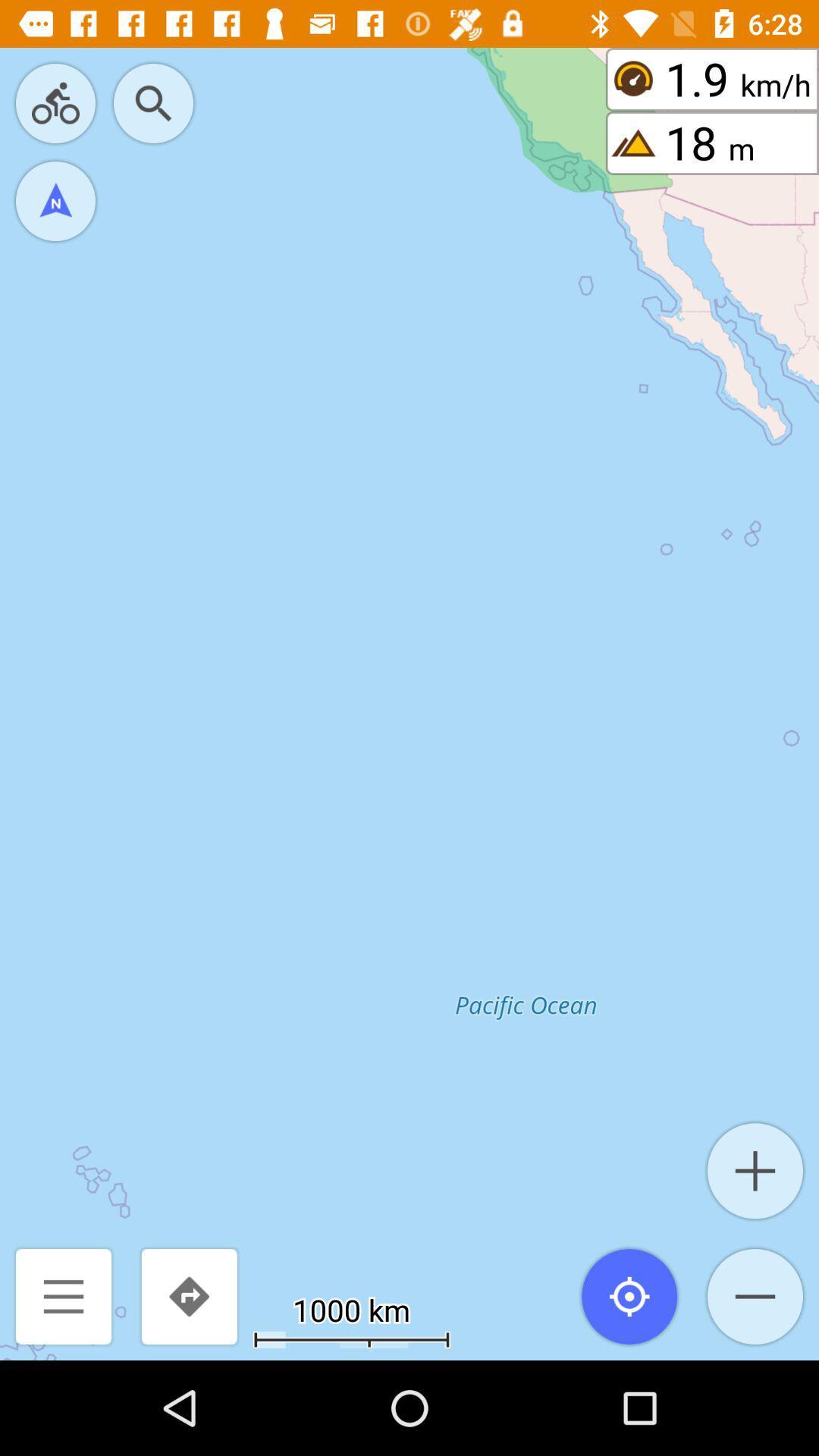 The height and width of the screenshot is (1456, 819). What do you see at coordinates (755, 1170) in the screenshot?
I see `the add icon` at bounding box center [755, 1170].